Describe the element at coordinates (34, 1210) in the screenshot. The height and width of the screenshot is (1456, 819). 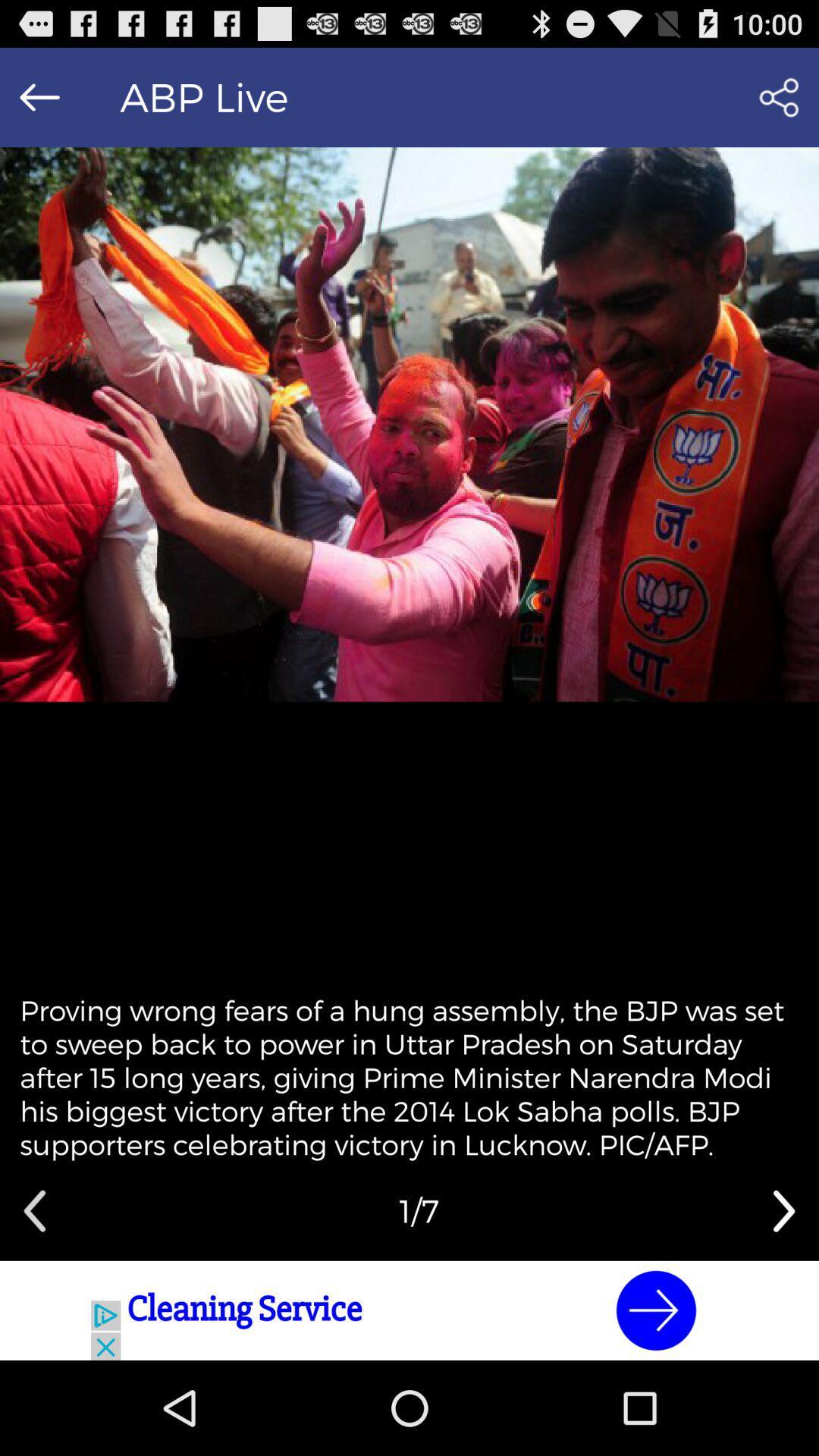
I see `previous` at that location.